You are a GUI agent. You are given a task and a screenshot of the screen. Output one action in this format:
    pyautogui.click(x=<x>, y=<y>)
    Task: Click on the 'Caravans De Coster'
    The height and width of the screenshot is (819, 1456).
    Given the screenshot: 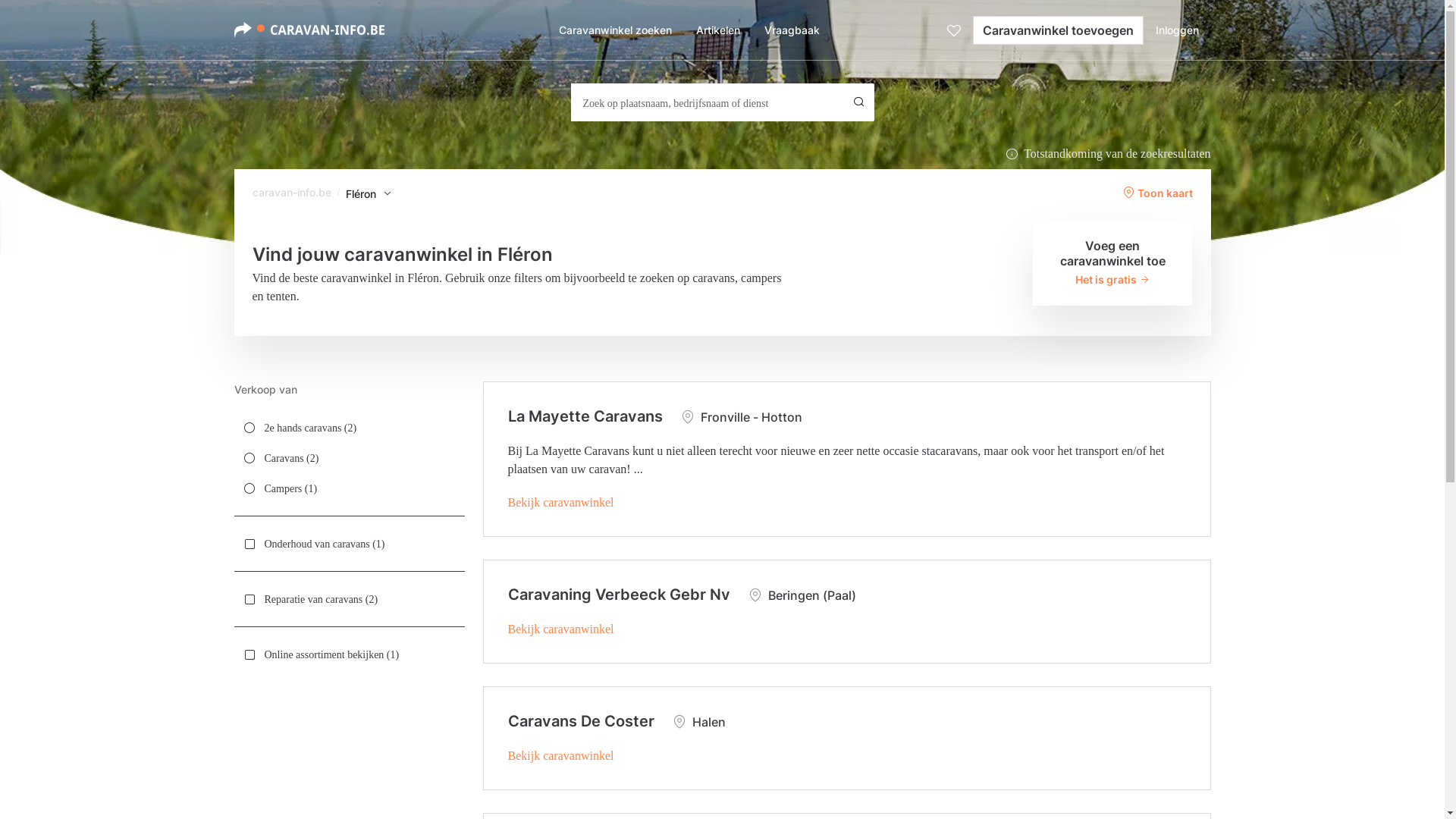 What is the action you would take?
    pyautogui.click(x=580, y=720)
    